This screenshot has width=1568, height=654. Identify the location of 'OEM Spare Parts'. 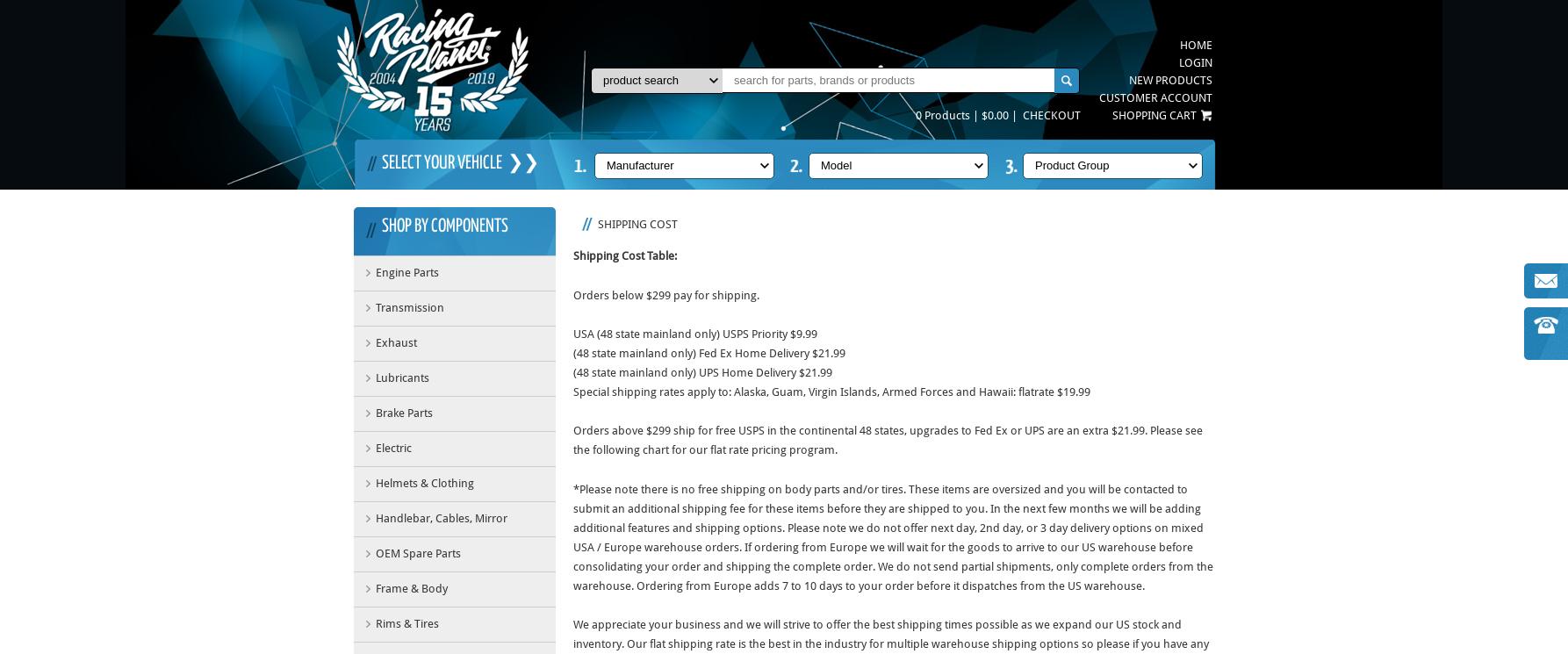
(417, 553).